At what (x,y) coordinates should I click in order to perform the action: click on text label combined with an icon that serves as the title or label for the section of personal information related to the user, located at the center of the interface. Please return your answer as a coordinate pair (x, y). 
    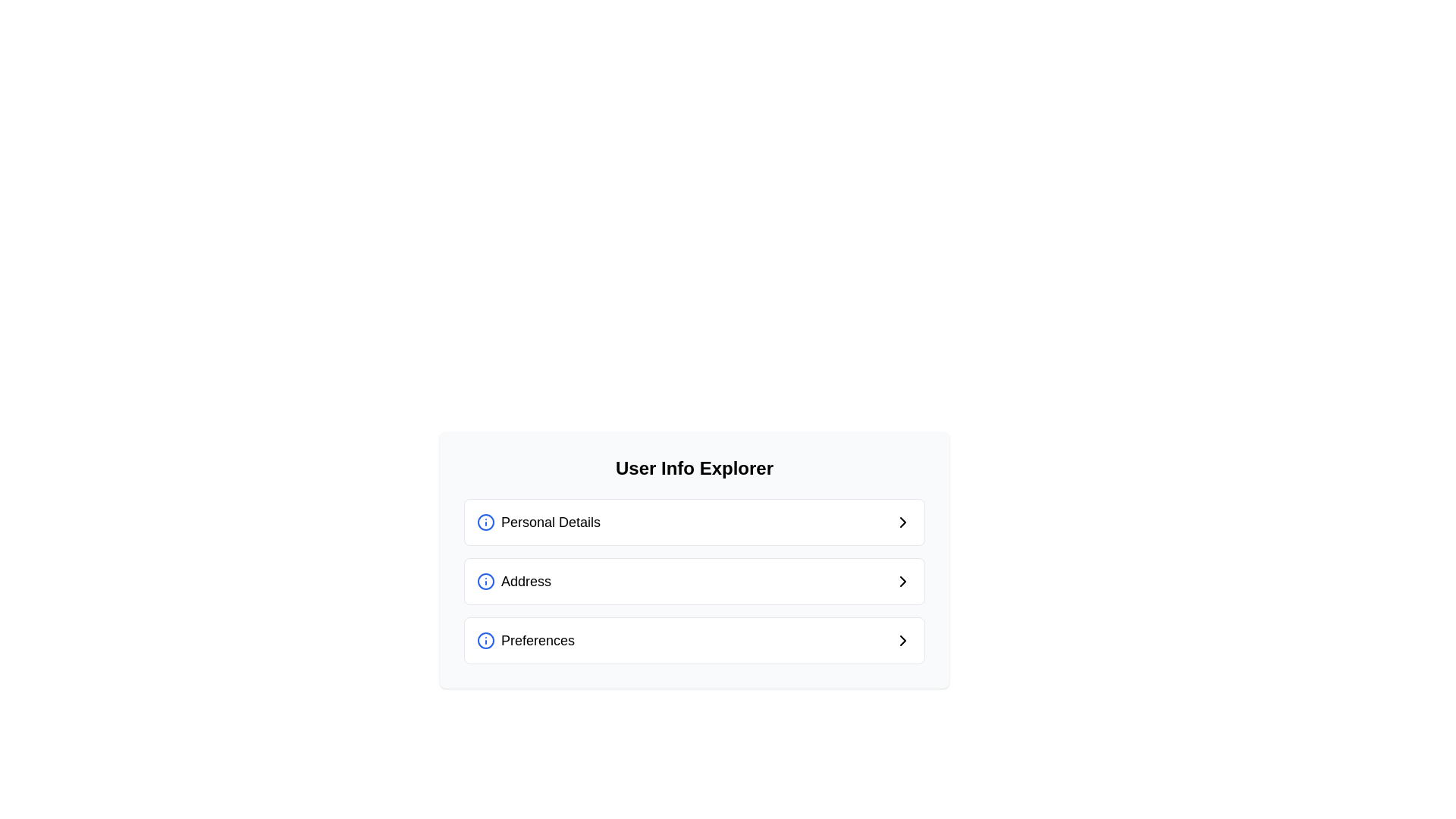
    Looking at the image, I should click on (538, 522).